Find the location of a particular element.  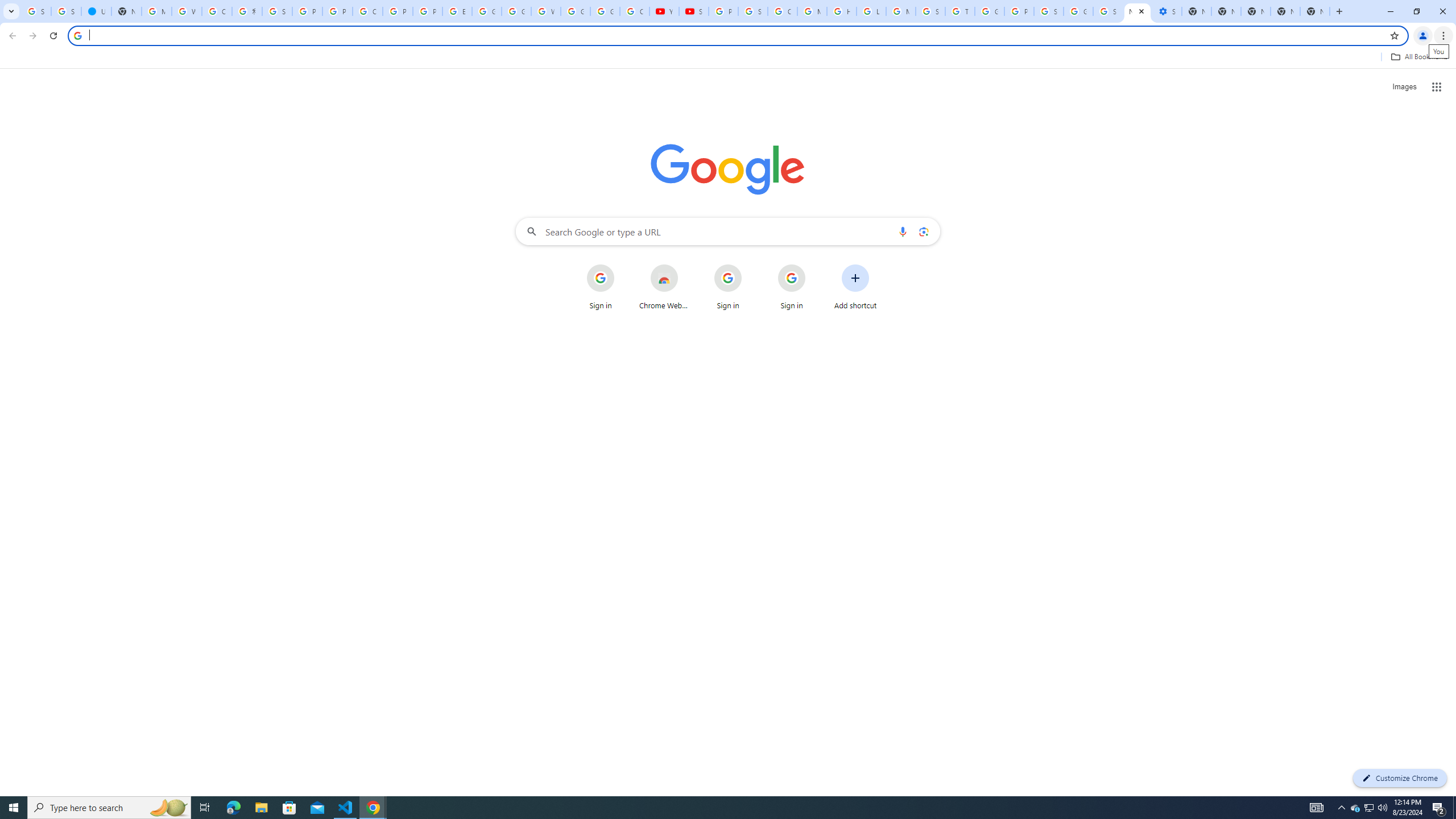

'Trusted Information and Content - Google Safety Center' is located at coordinates (959, 11).